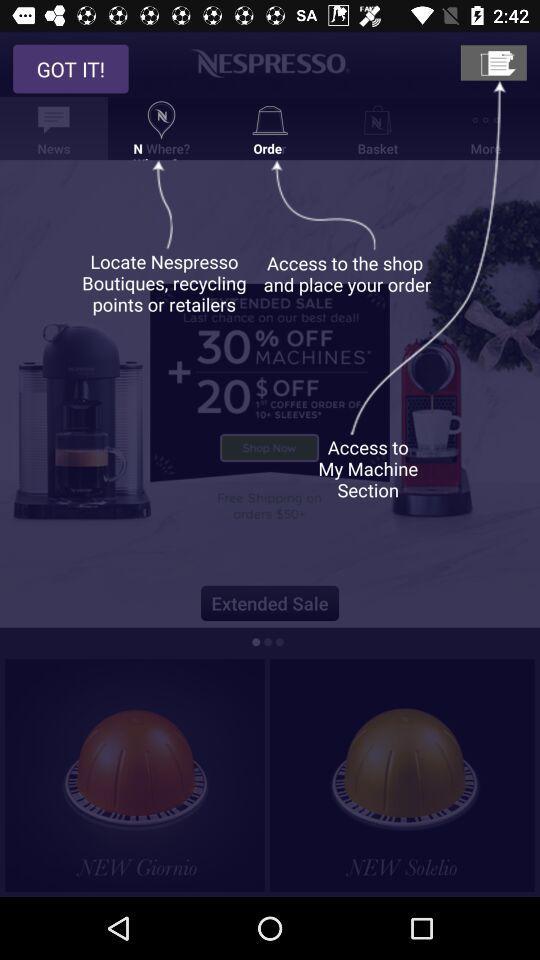 The image size is (540, 960). Describe the element at coordinates (492, 62) in the screenshot. I see `open new section` at that location.